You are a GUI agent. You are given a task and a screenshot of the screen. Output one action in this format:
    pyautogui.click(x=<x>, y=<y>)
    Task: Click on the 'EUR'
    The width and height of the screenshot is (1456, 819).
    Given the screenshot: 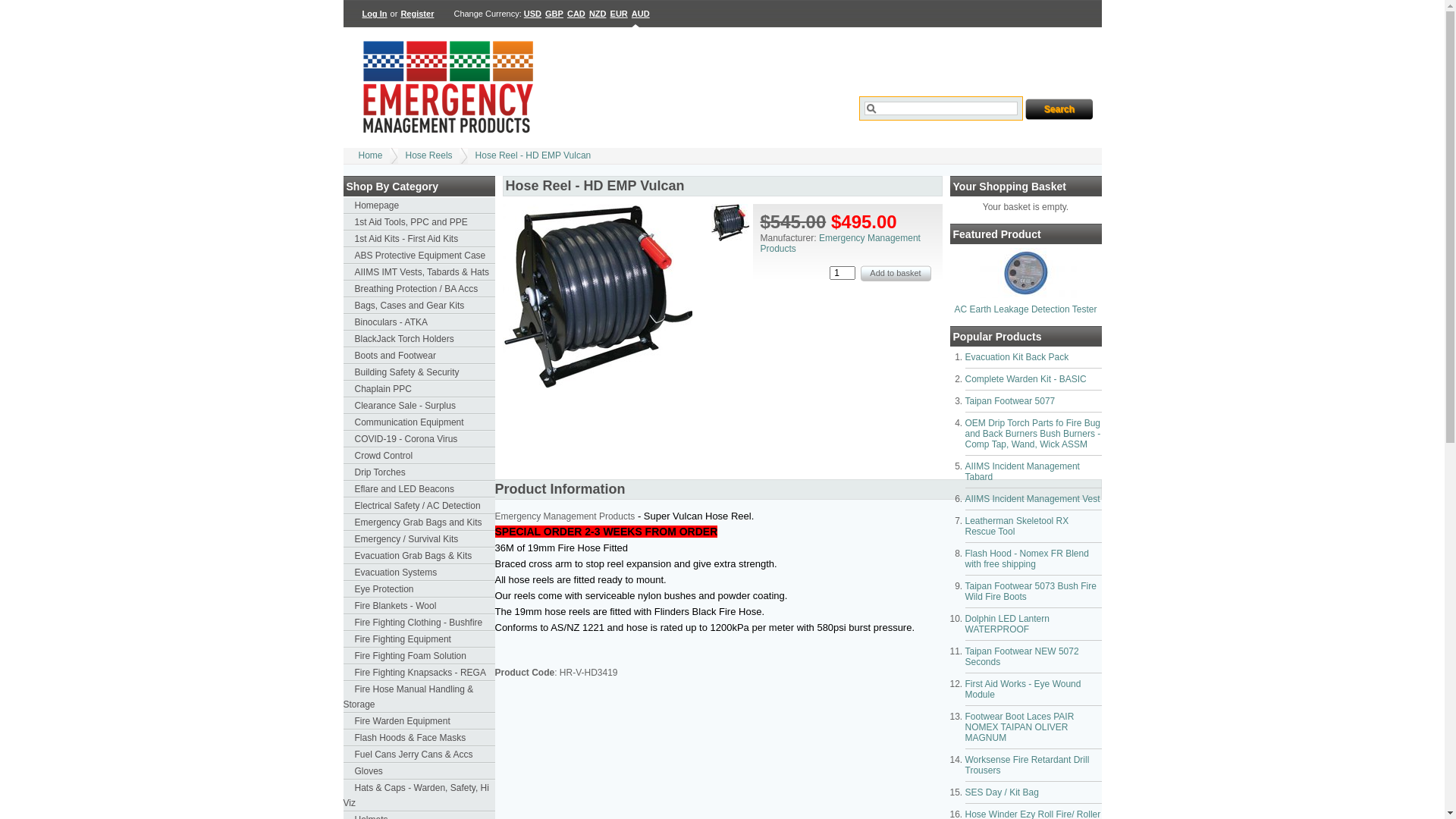 What is the action you would take?
    pyautogui.click(x=619, y=14)
    